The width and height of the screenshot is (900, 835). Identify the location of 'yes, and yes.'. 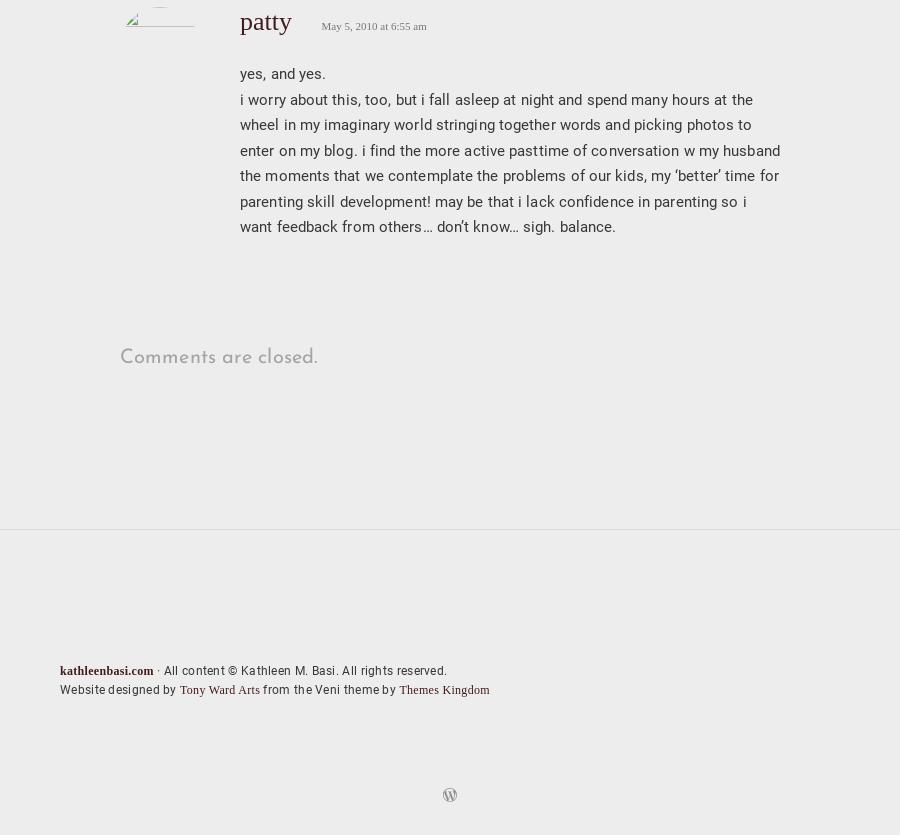
(281, 73).